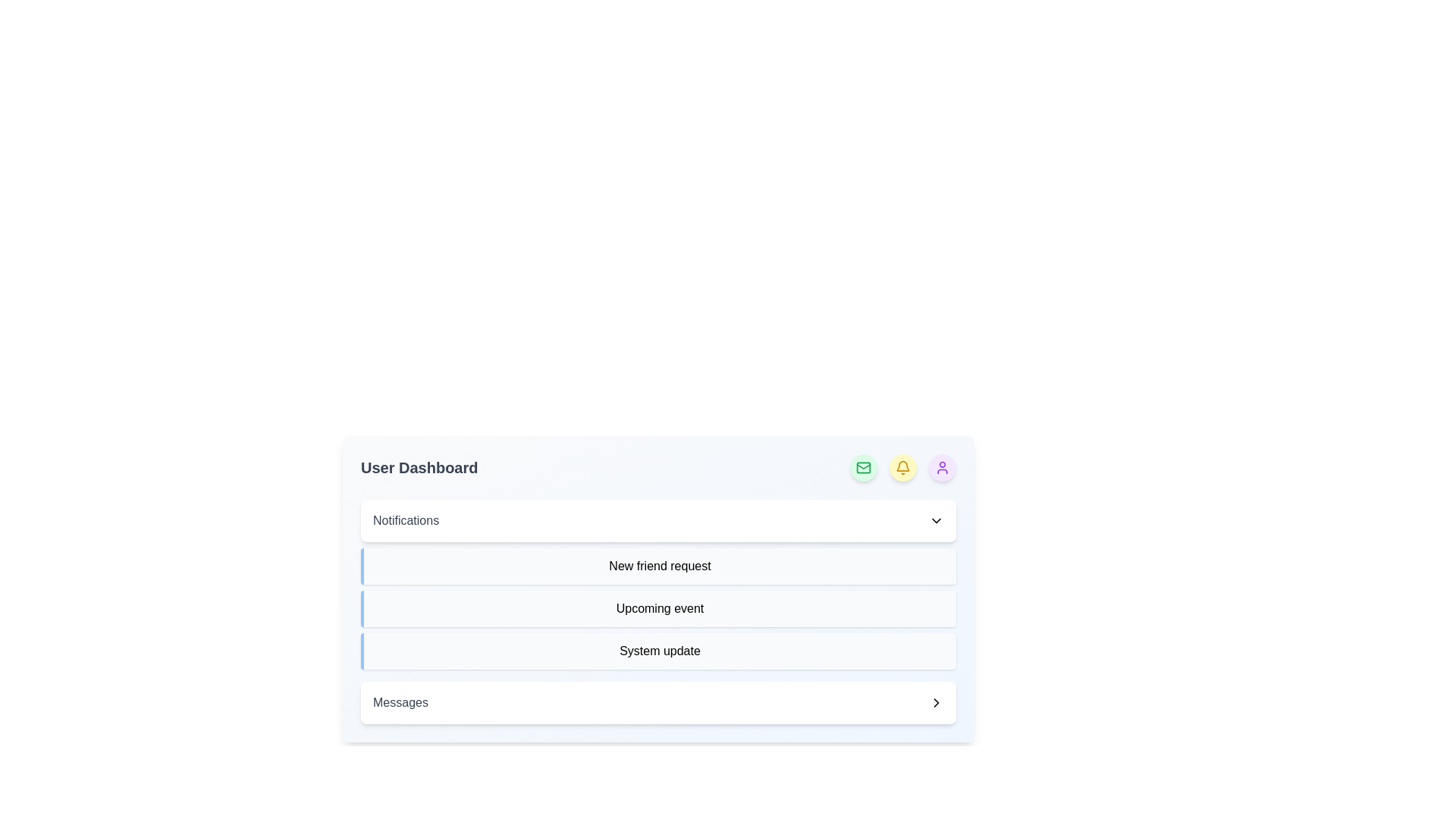 The height and width of the screenshot is (819, 1456). Describe the element at coordinates (658, 566) in the screenshot. I see `the first notification entry related to a new friend request` at that location.